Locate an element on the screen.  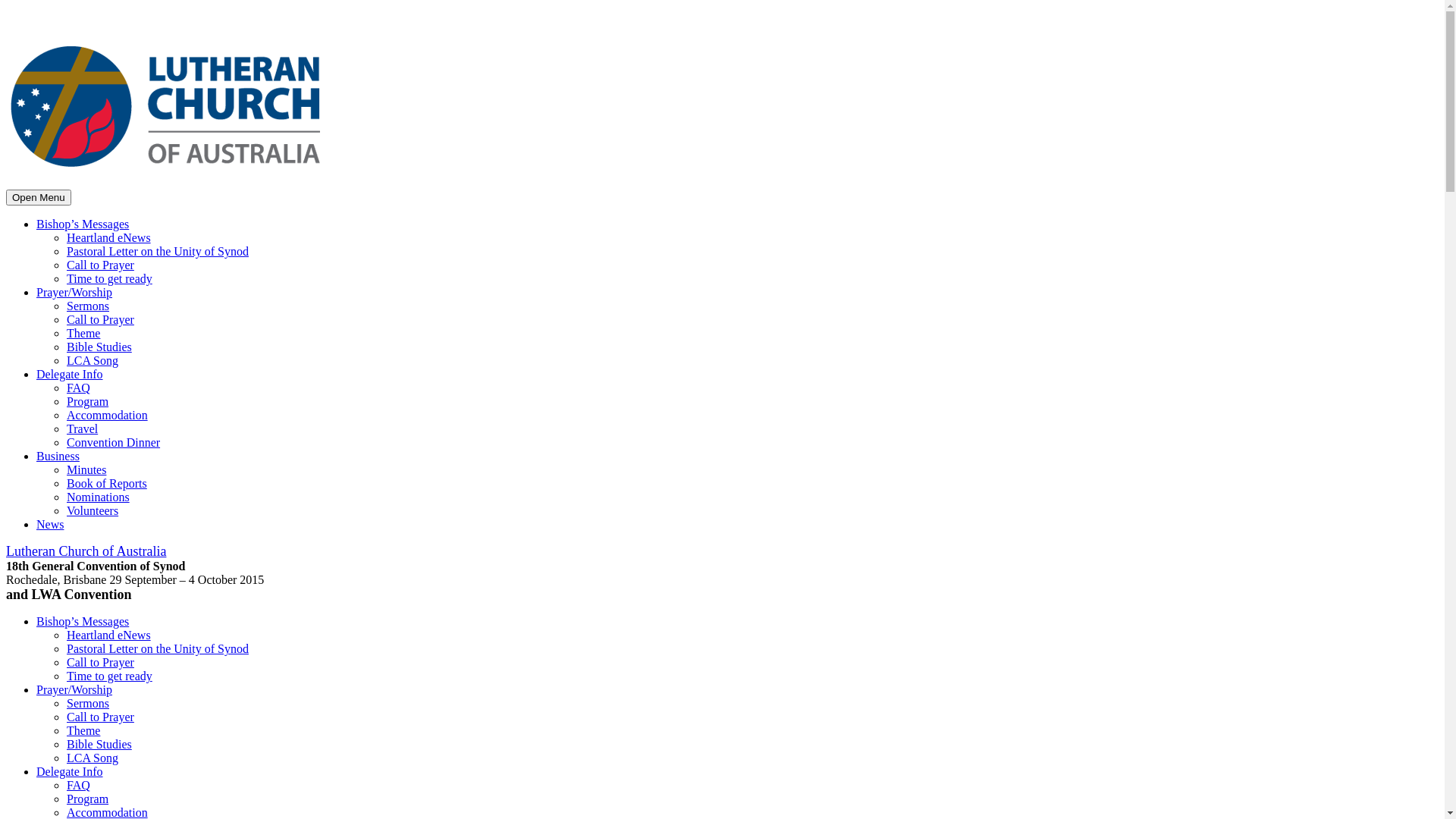
'Bible Studies' is located at coordinates (98, 347).